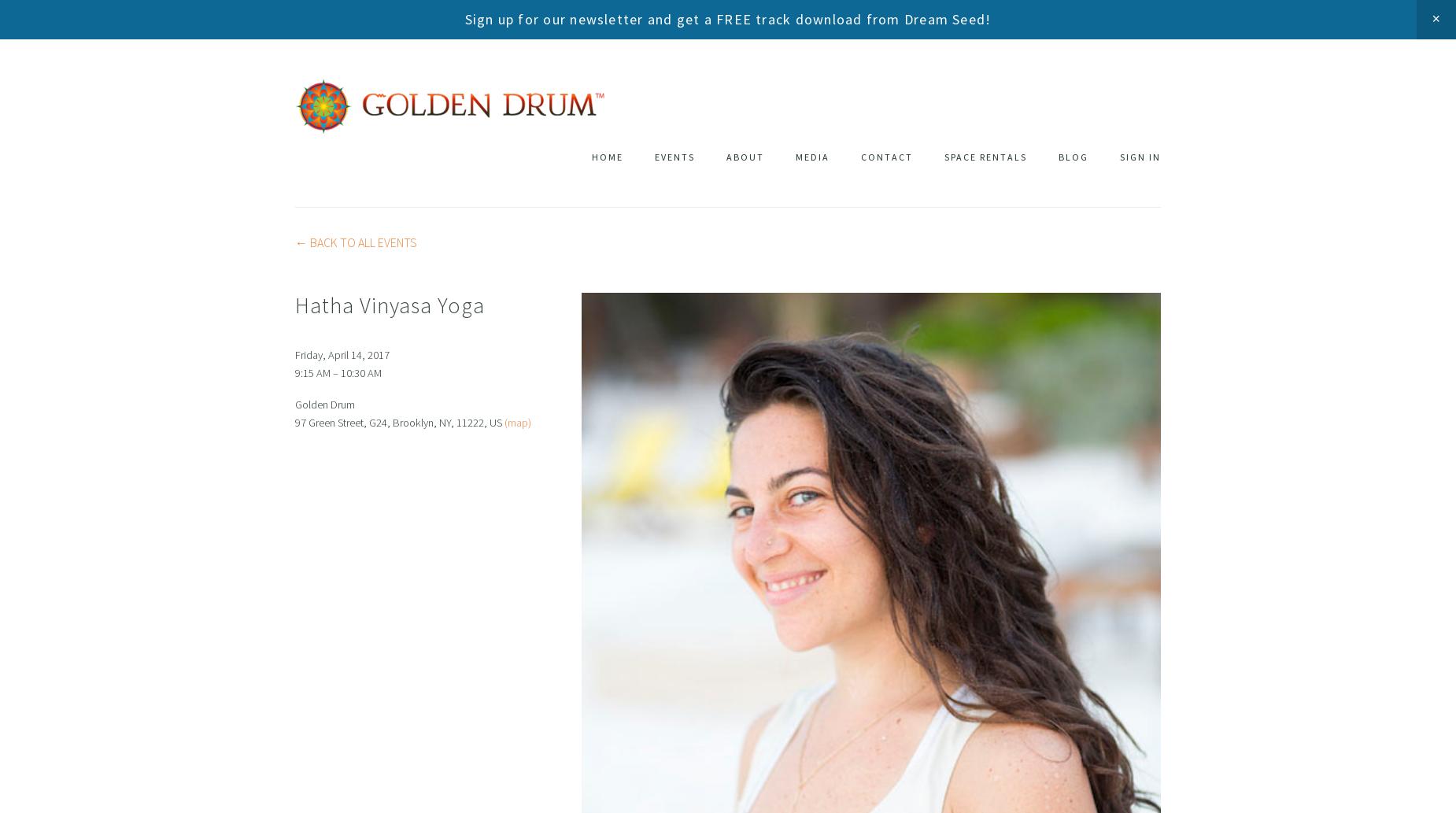  I want to click on '(map)', so click(504, 421).